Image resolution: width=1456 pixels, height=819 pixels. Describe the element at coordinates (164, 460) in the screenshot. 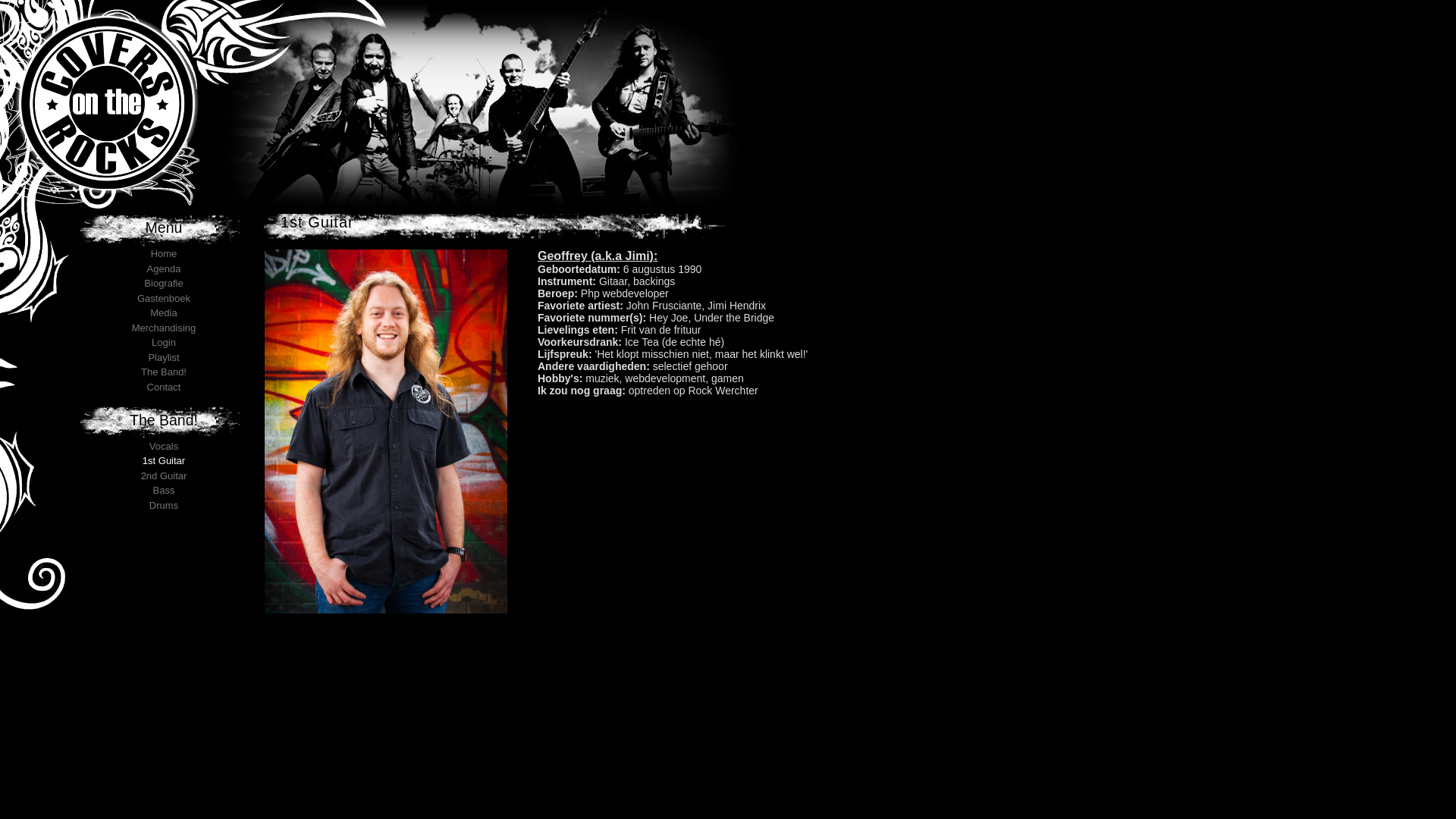

I see `'1st Guitar'` at that location.